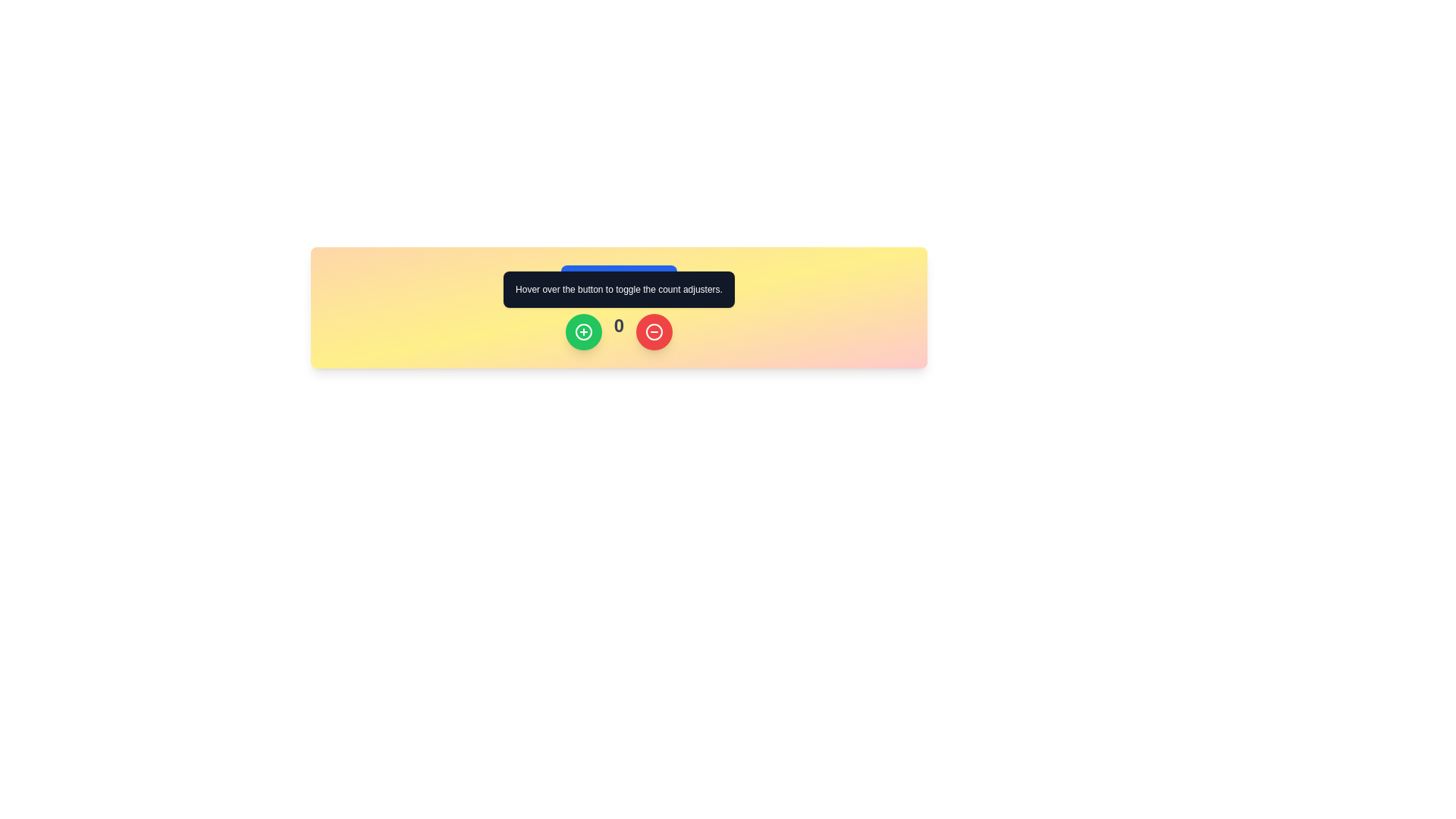 The height and width of the screenshot is (819, 1456). I want to click on the static text element displaying '0', which is styled with a bold, gray-colored large font and is centered between a green circular button and a red circular button, so click(619, 331).